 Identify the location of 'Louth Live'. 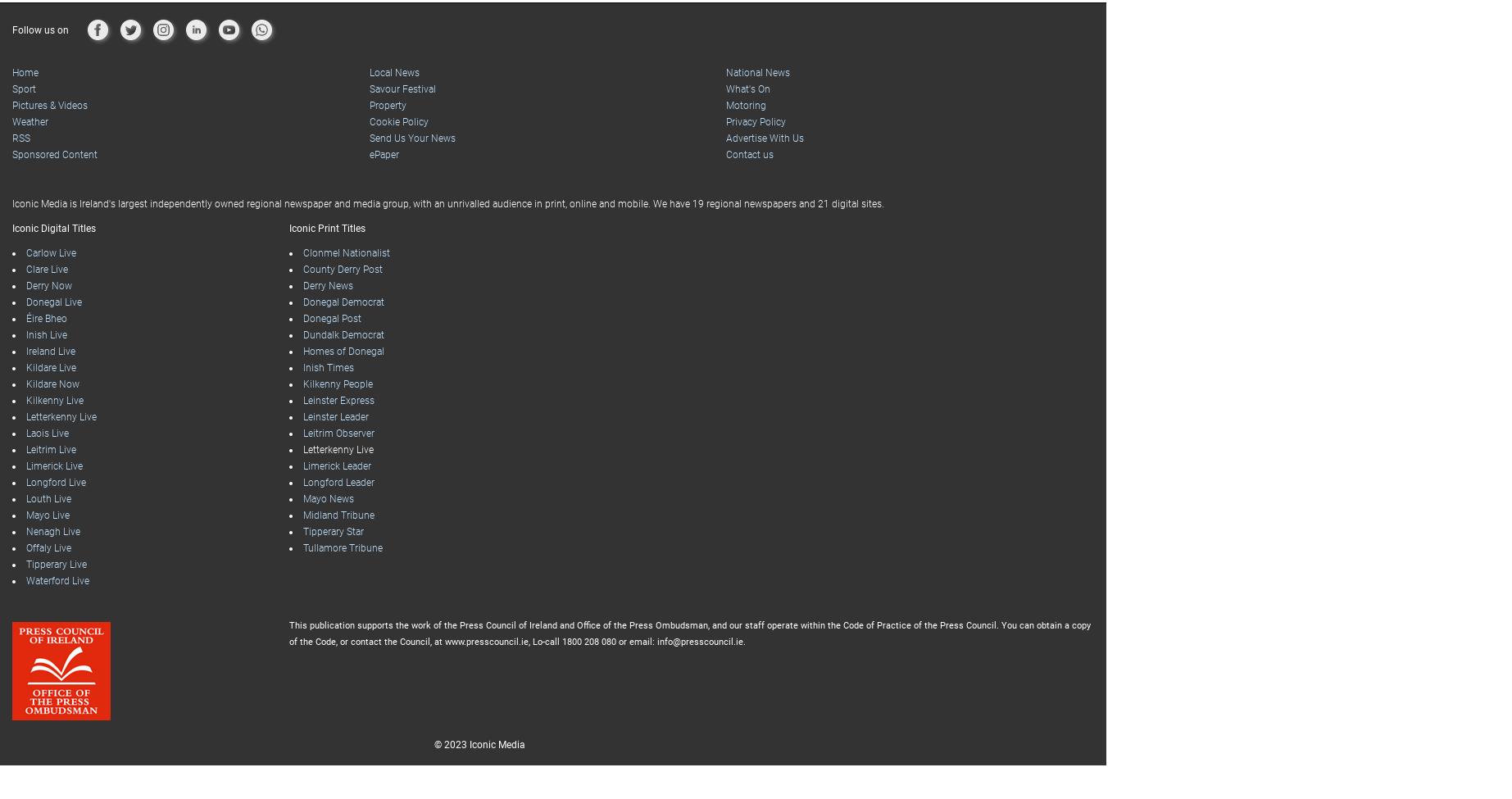
(48, 465).